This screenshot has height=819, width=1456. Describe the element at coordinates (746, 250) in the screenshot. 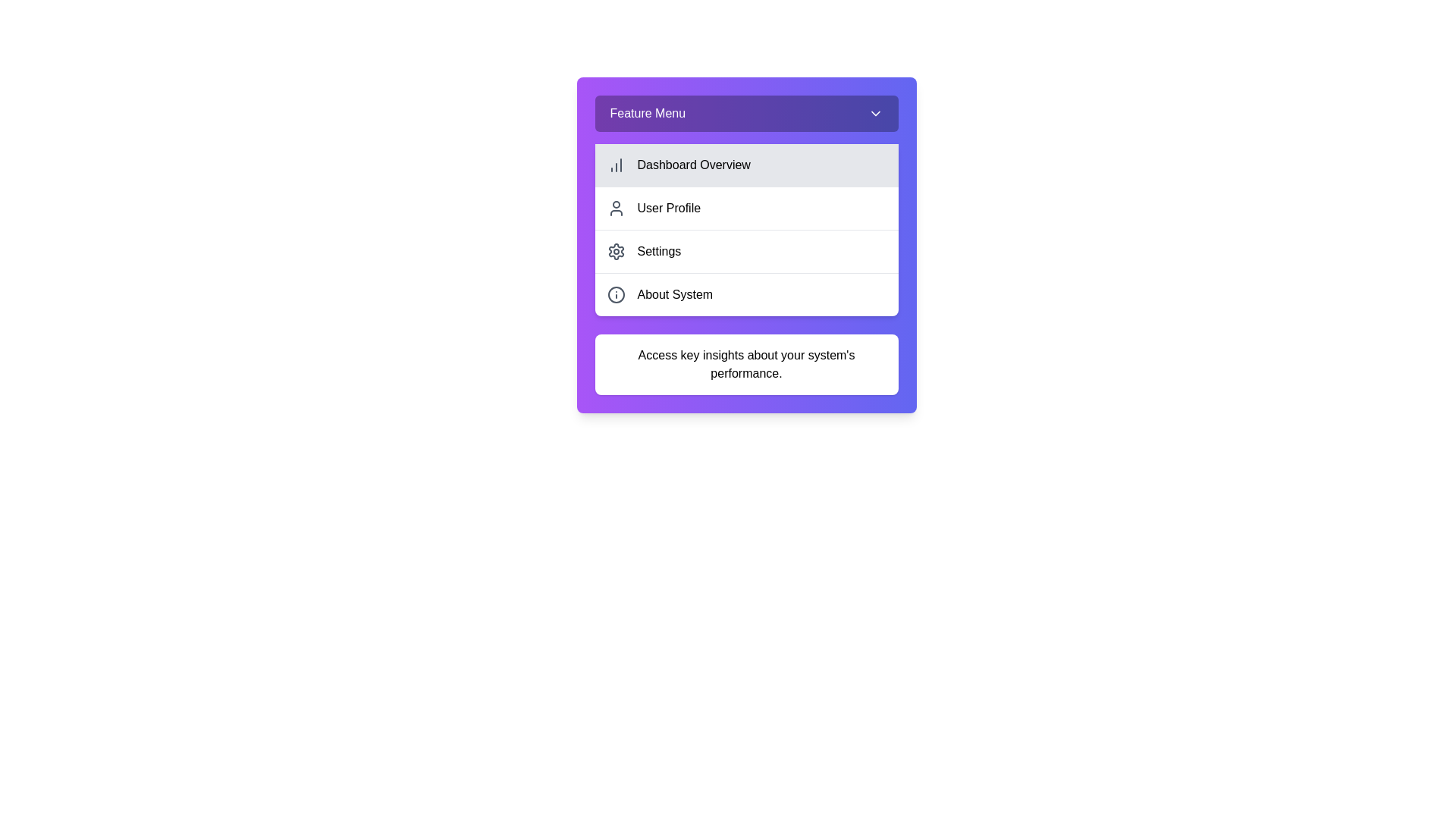

I see `the third navigational menu item, which is located between 'User Profile' and 'About System'` at that location.